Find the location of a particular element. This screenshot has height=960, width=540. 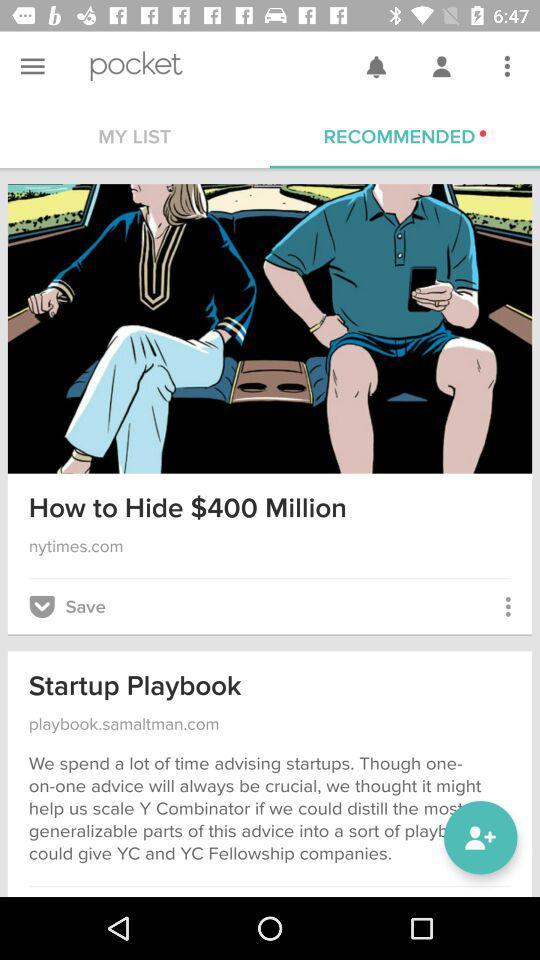

the follow icon is located at coordinates (479, 837).